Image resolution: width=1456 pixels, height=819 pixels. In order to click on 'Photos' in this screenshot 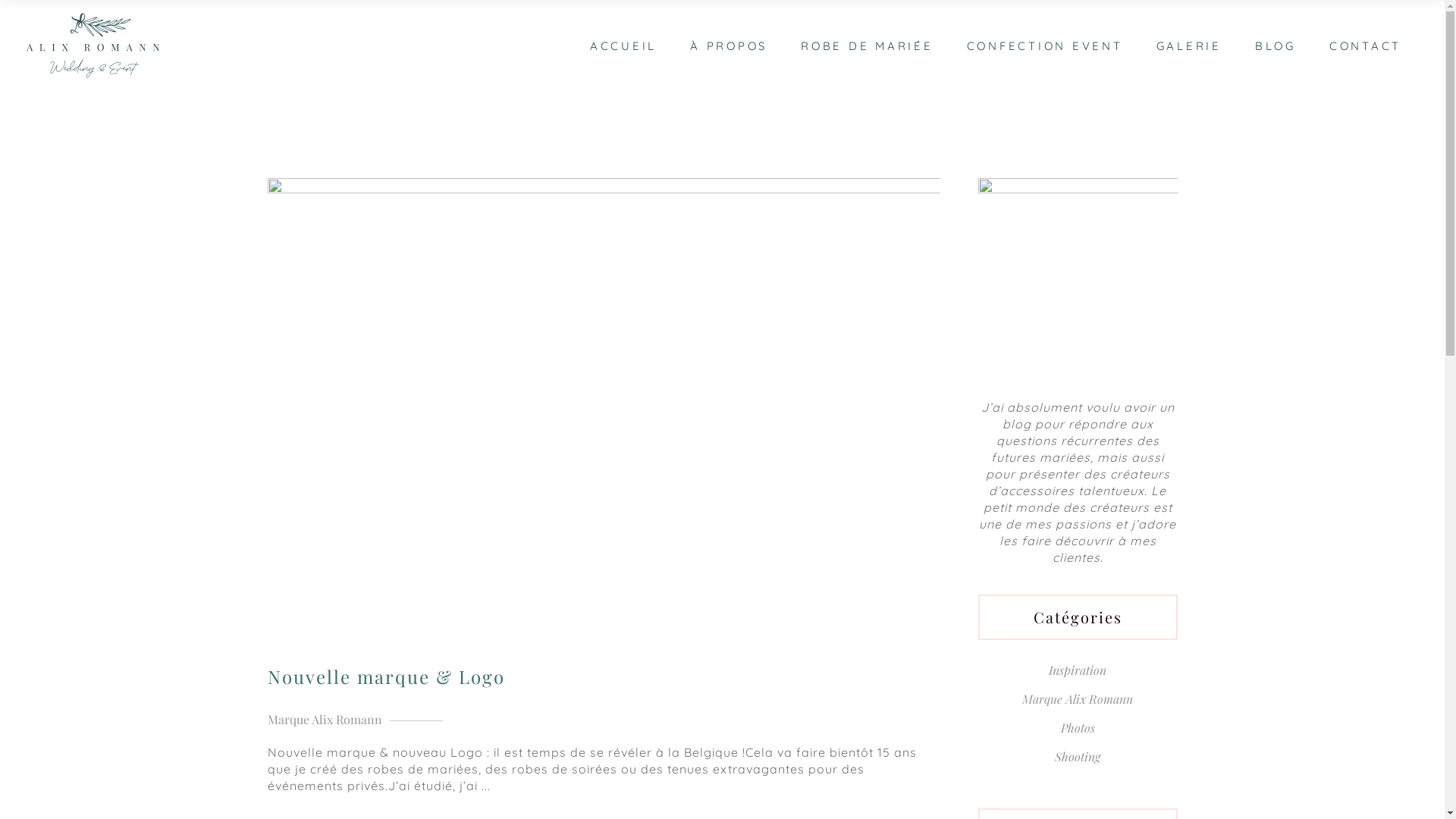, I will do `click(1077, 726)`.